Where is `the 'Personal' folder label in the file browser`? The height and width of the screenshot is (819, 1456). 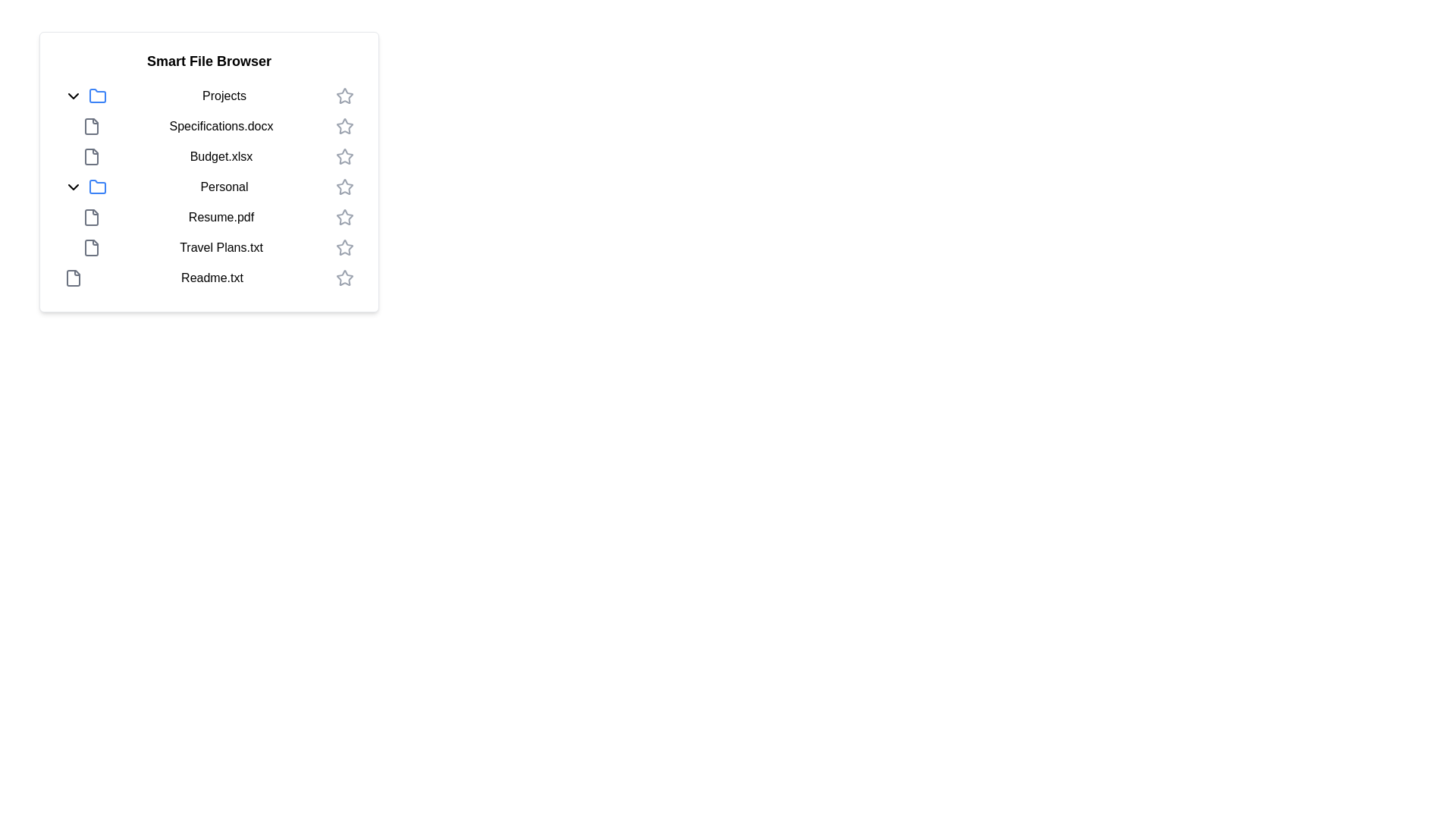 the 'Personal' folder label in the file browser is located at coordinates (224, 186).